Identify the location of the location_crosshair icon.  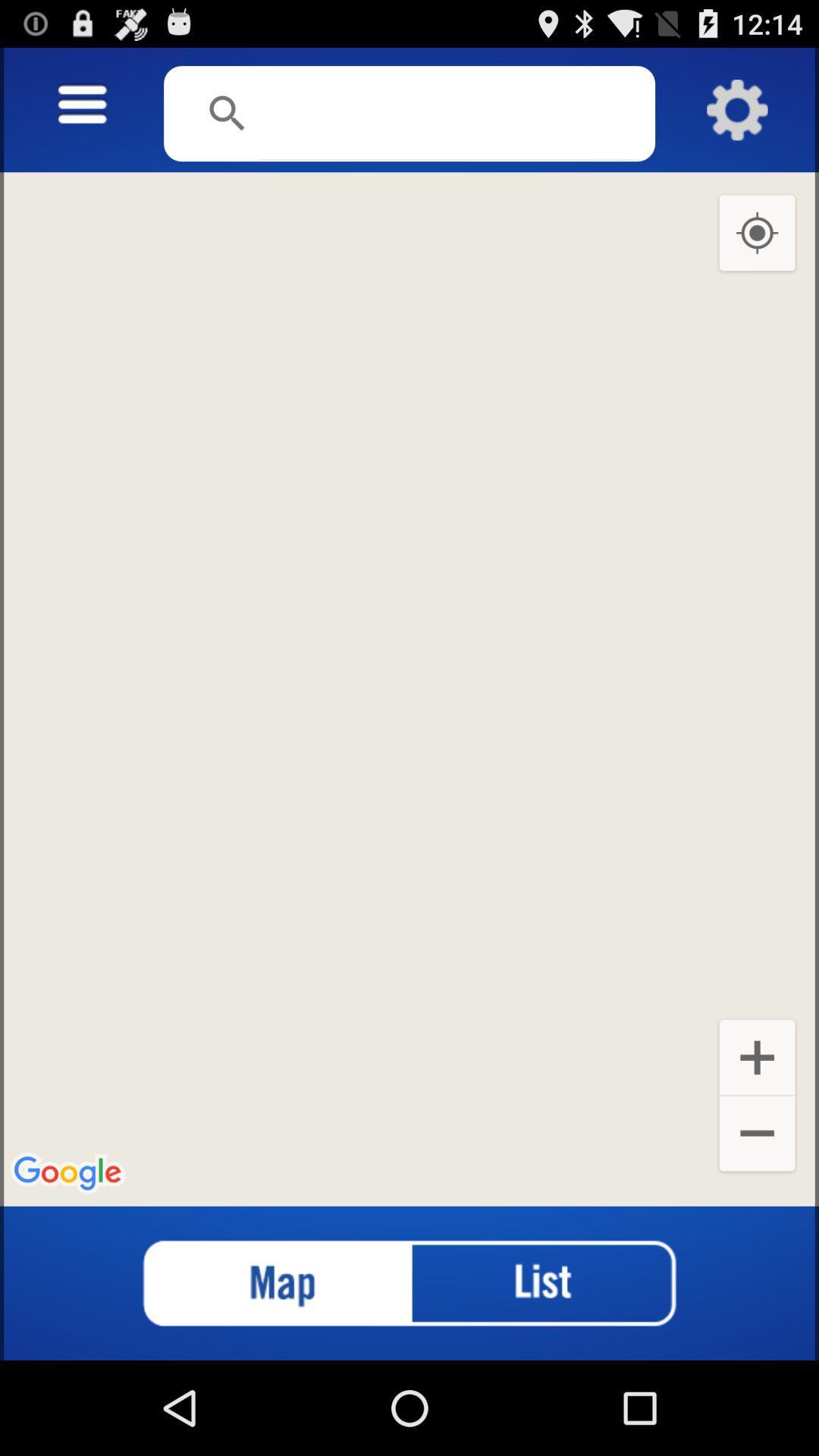
(757, 250).